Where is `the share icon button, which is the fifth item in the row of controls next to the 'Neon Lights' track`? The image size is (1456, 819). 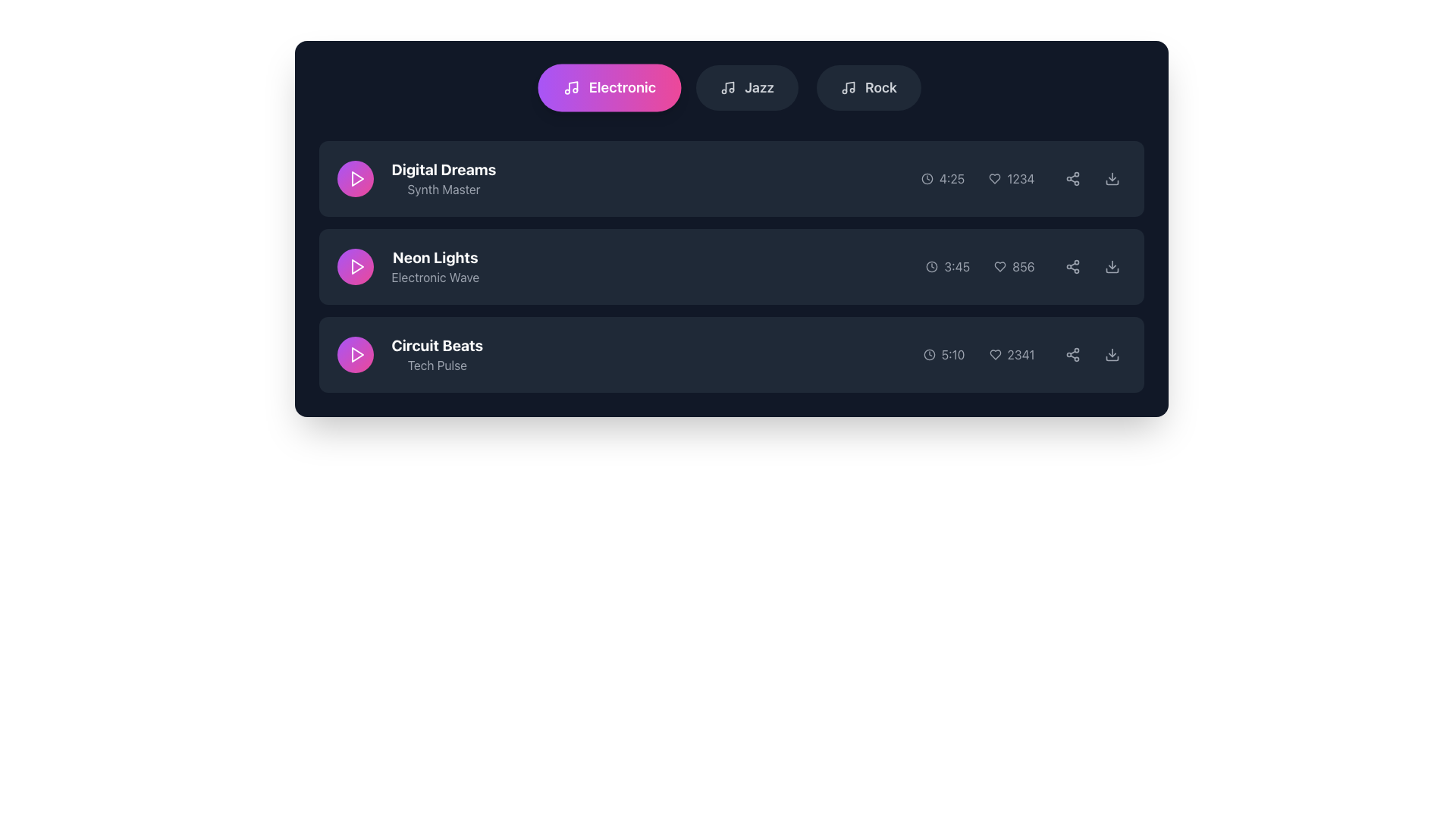 the share icon button, which is the fifth item in the row of controls next to the 'Neon Lights' track is located at coordinates (1072, 265).